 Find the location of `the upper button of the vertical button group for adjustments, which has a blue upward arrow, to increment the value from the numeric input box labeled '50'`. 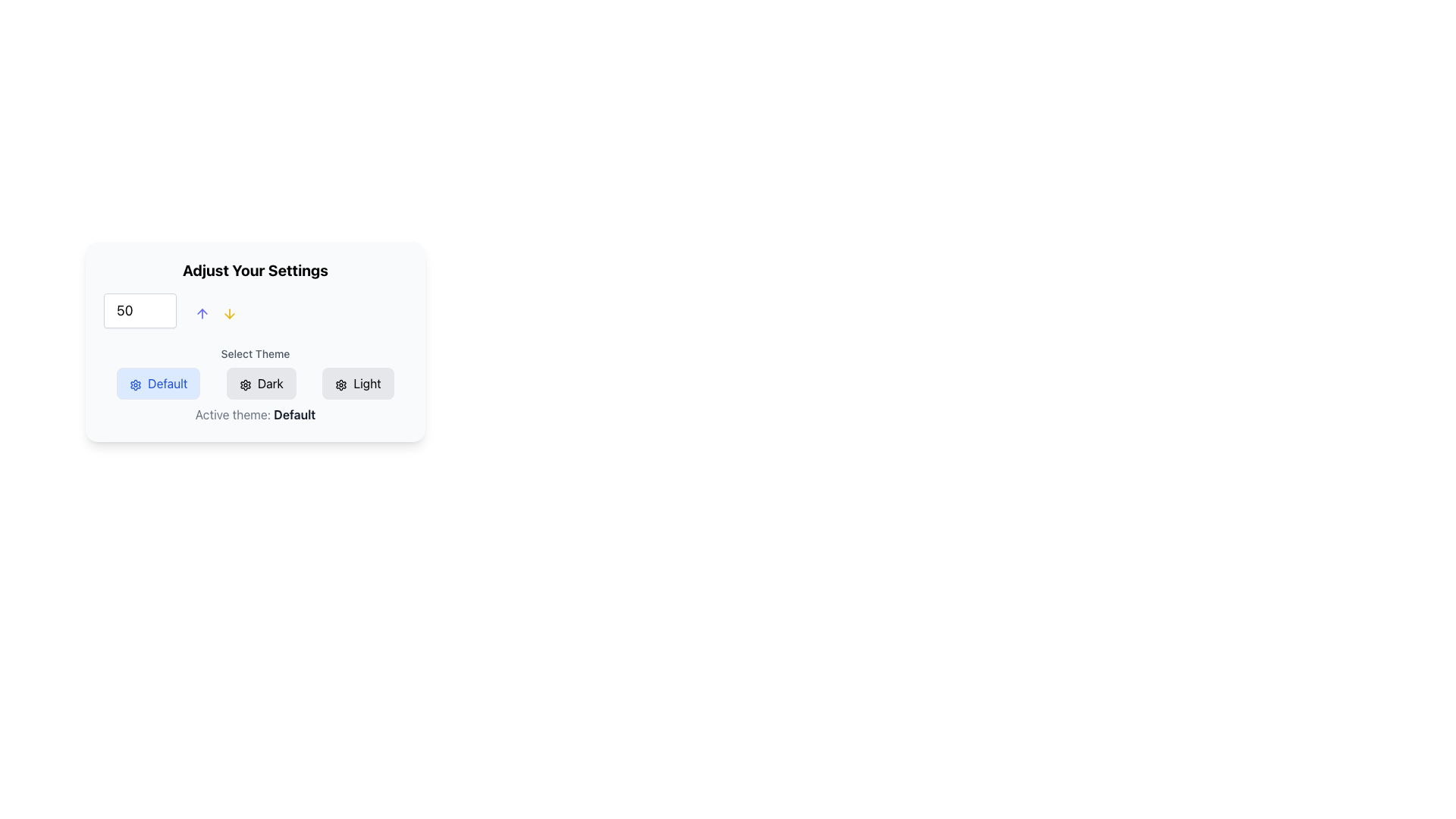

the upper button of the vertical button group for adjustments, which has a blue upward arrow, to increment the value from the numeric input box labeled '50' is located at coordinates (215, 309).